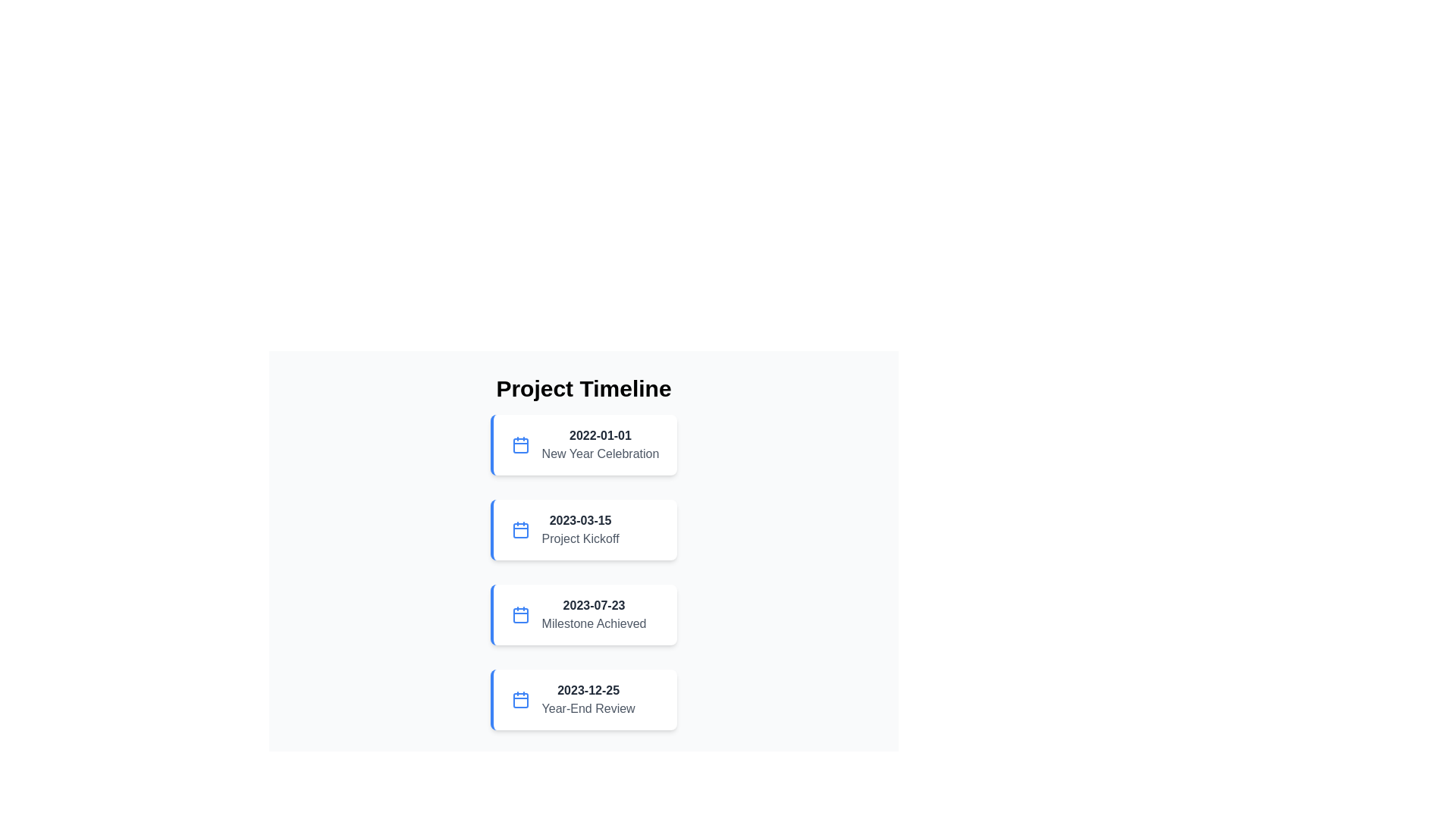 This screenshot has height=819, width=1456. I want to click on information displayed in the composite element containing a blue calendar icon and the text '2023-07-23' (bold) and 'Milestone Achieved' (lighter font), which is the third item in the vertical timeline list, so click(585, 614).